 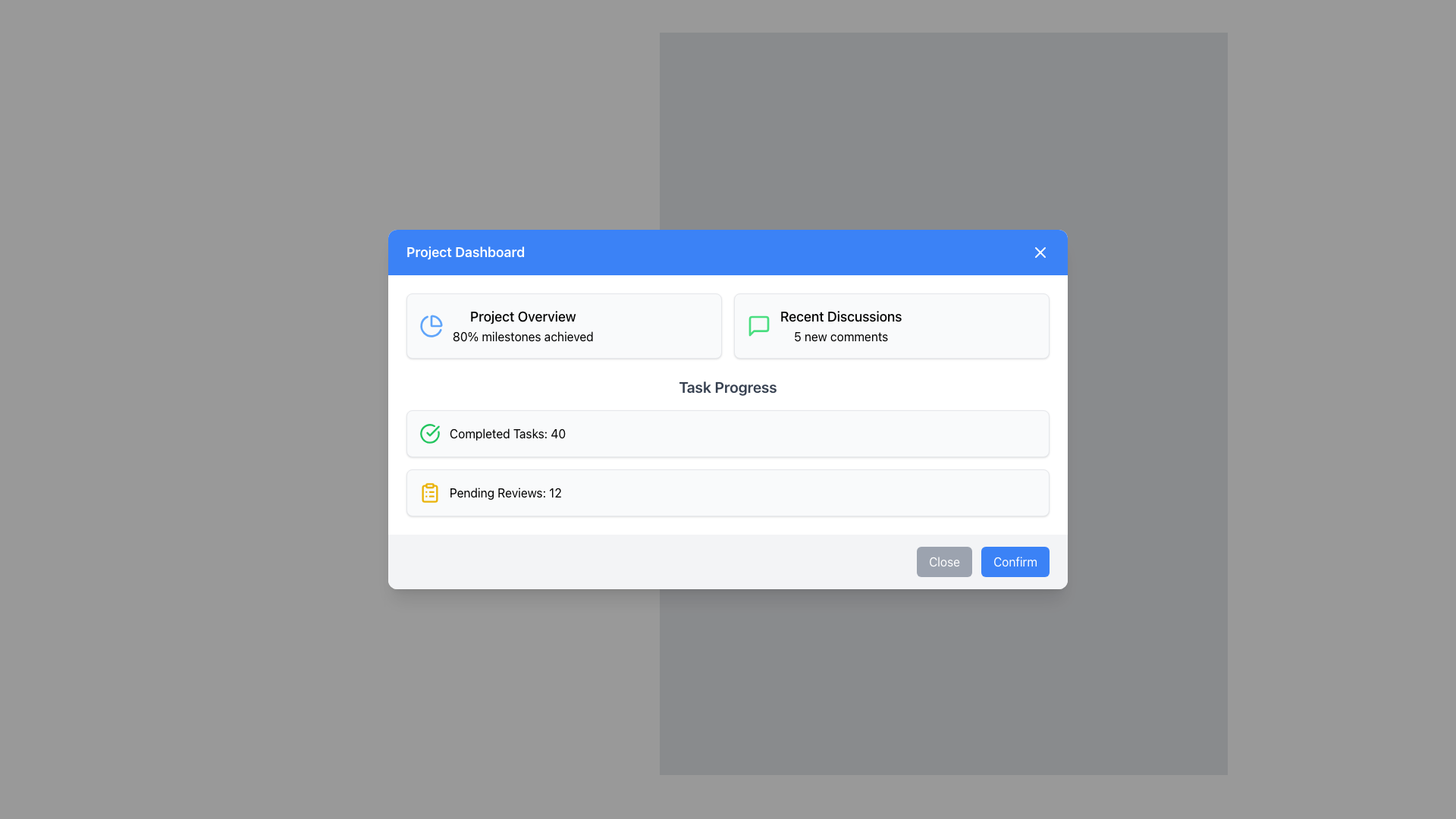 I want to click on the second slice of the pie chart icon in the 'Project Overview' card located in the upper left corner of the interface, so click(x=430, y=325).